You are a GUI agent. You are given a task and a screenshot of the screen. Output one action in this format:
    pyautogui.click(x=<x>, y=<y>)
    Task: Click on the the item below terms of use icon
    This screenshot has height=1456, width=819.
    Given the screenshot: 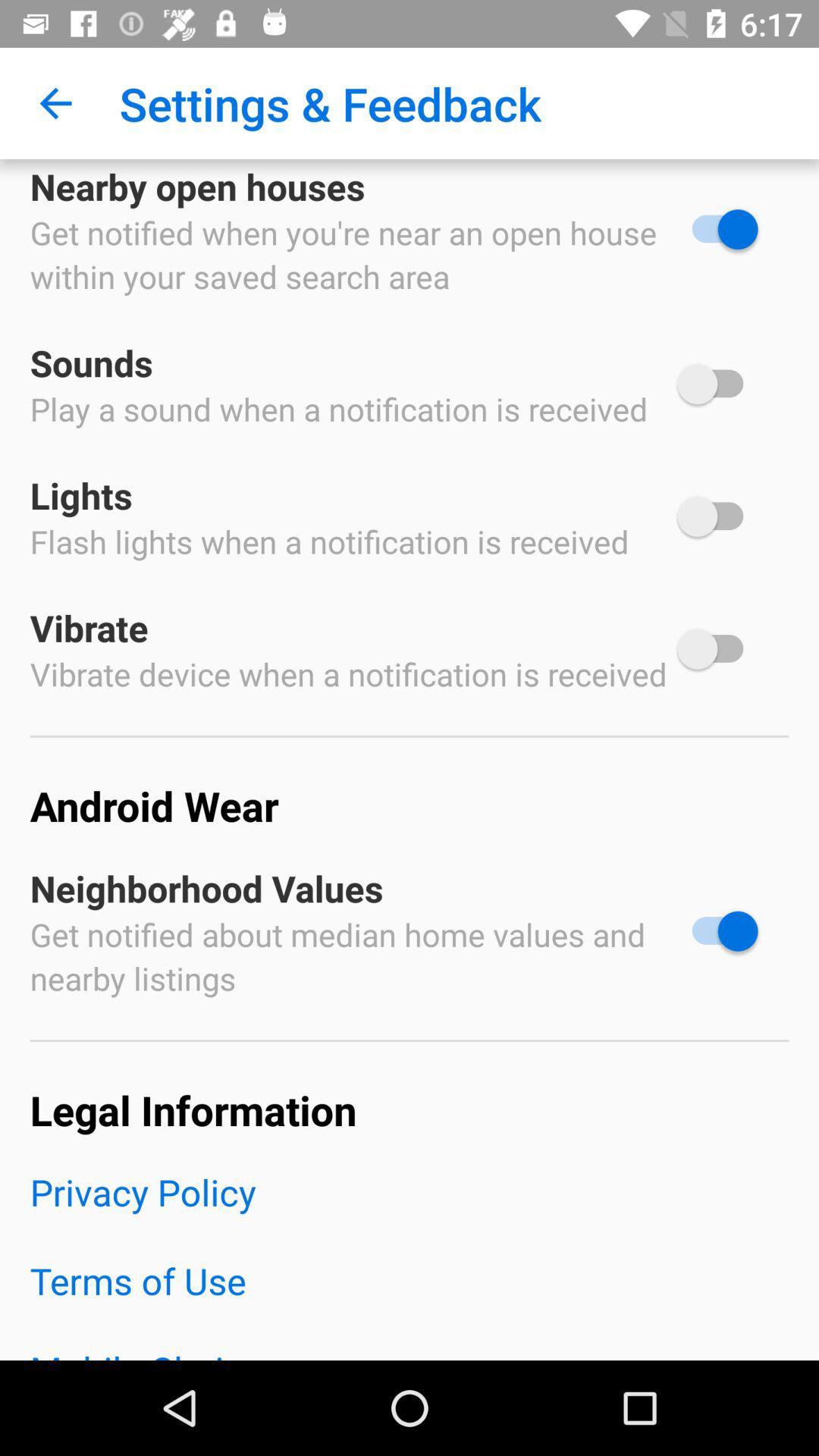 What is the action you would take?
    pyautogui.click(x=409, y=1352)
    